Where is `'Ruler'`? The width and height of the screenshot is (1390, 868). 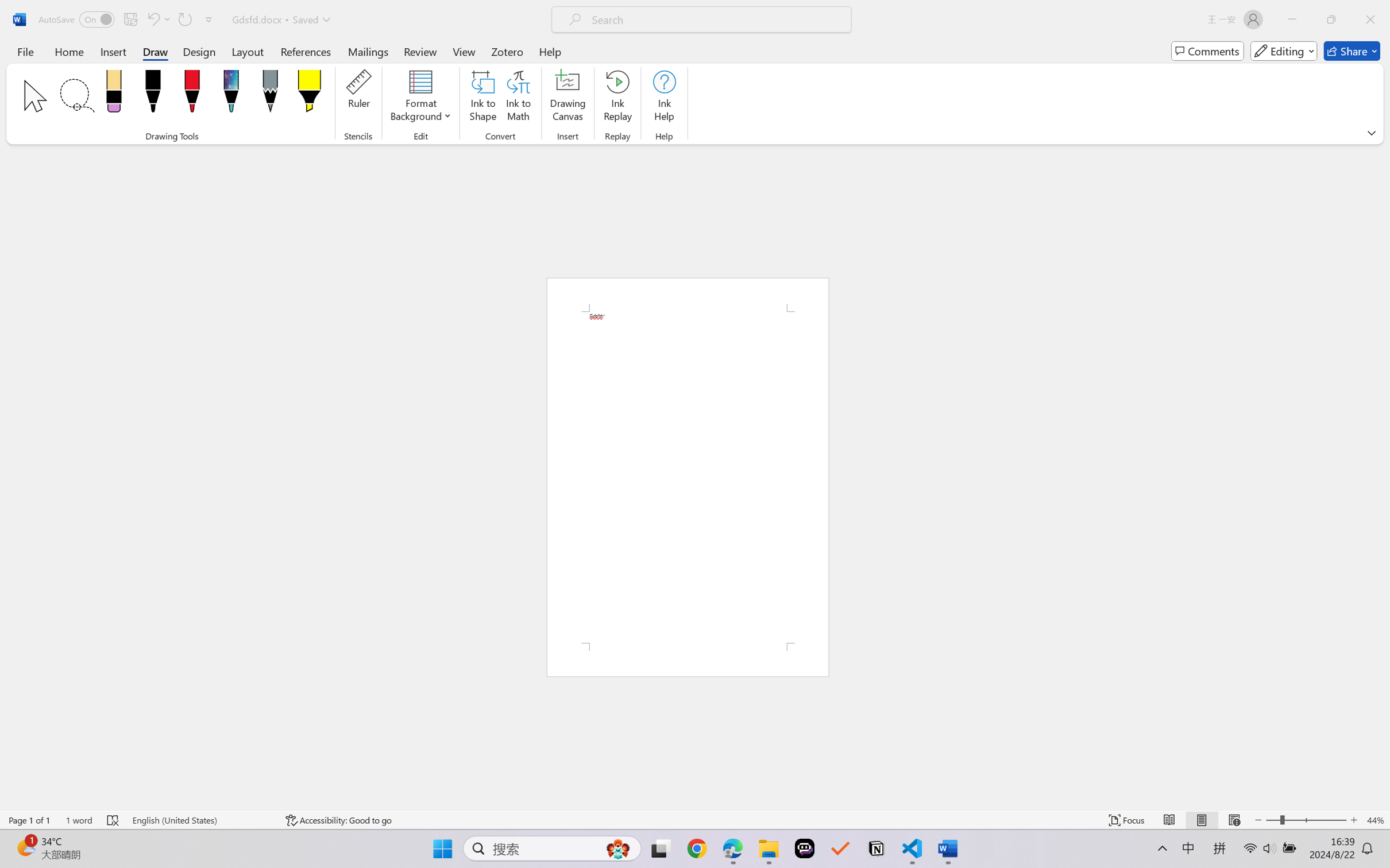 'Ruler' is located at coordinates (358, 98).